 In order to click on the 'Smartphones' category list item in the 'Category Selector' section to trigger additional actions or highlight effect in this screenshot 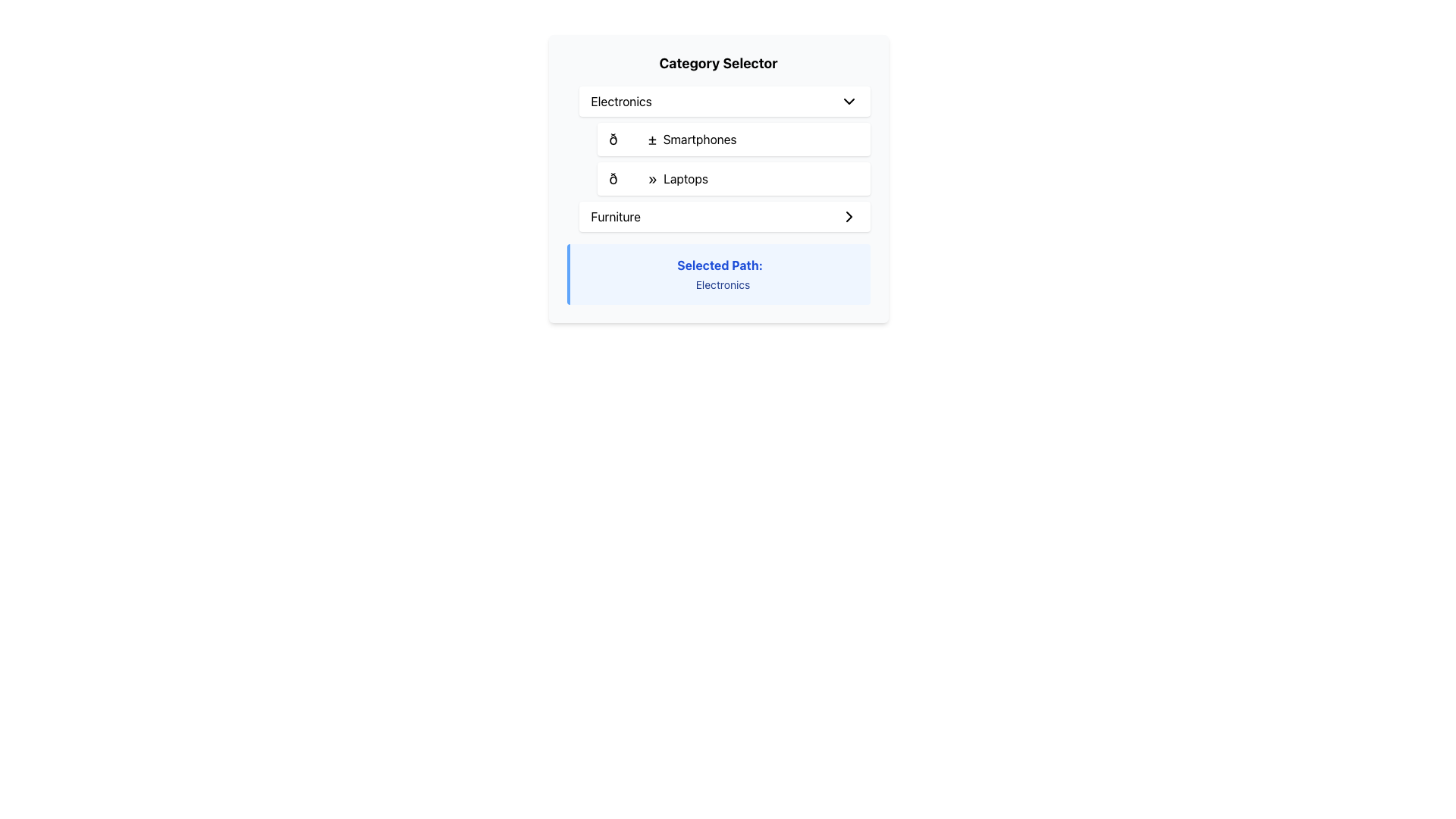, I will do `click(672, 140)`.